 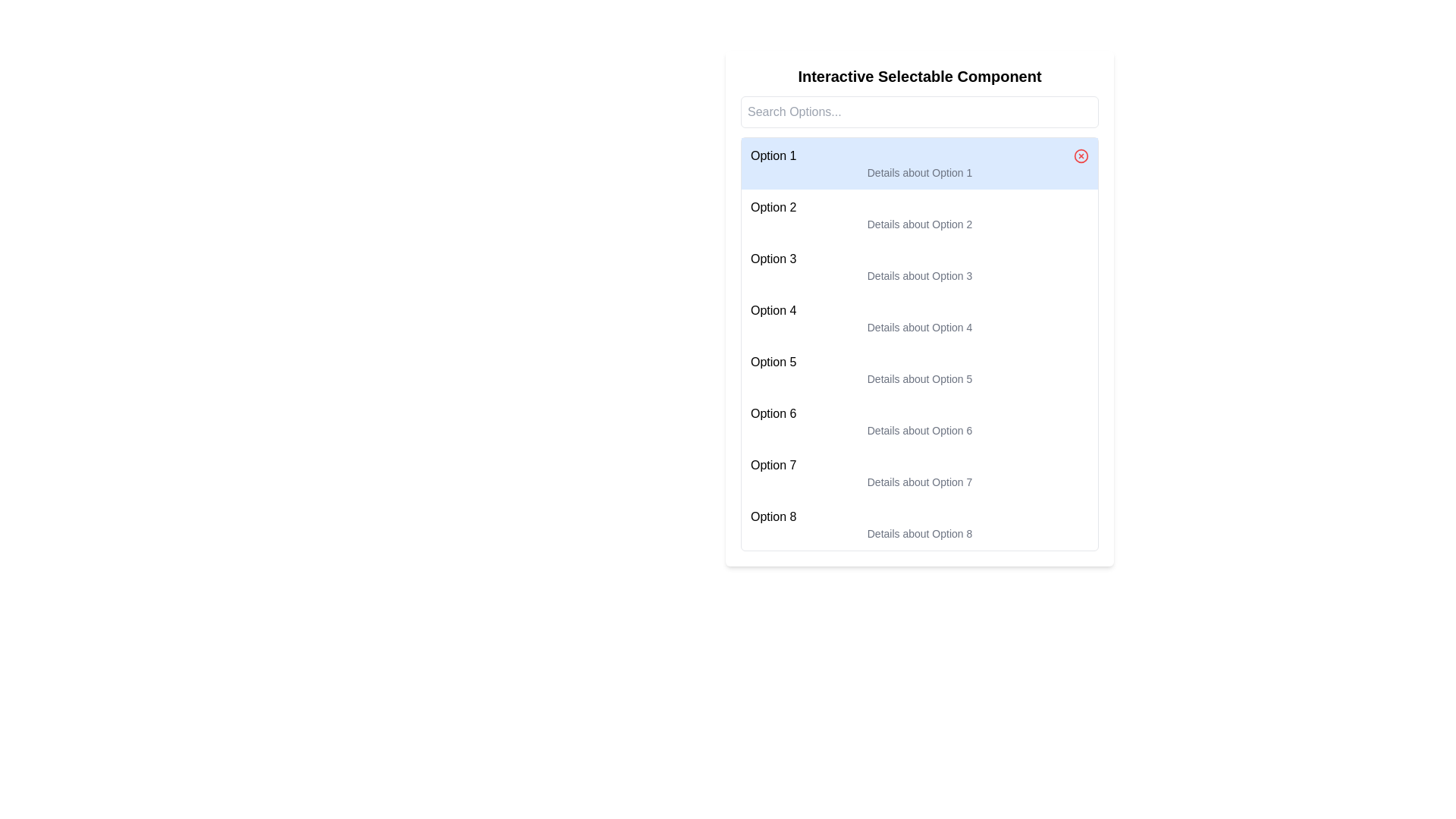 I want to click on the list item representing 'Option 5', so click(x=919, y=370).